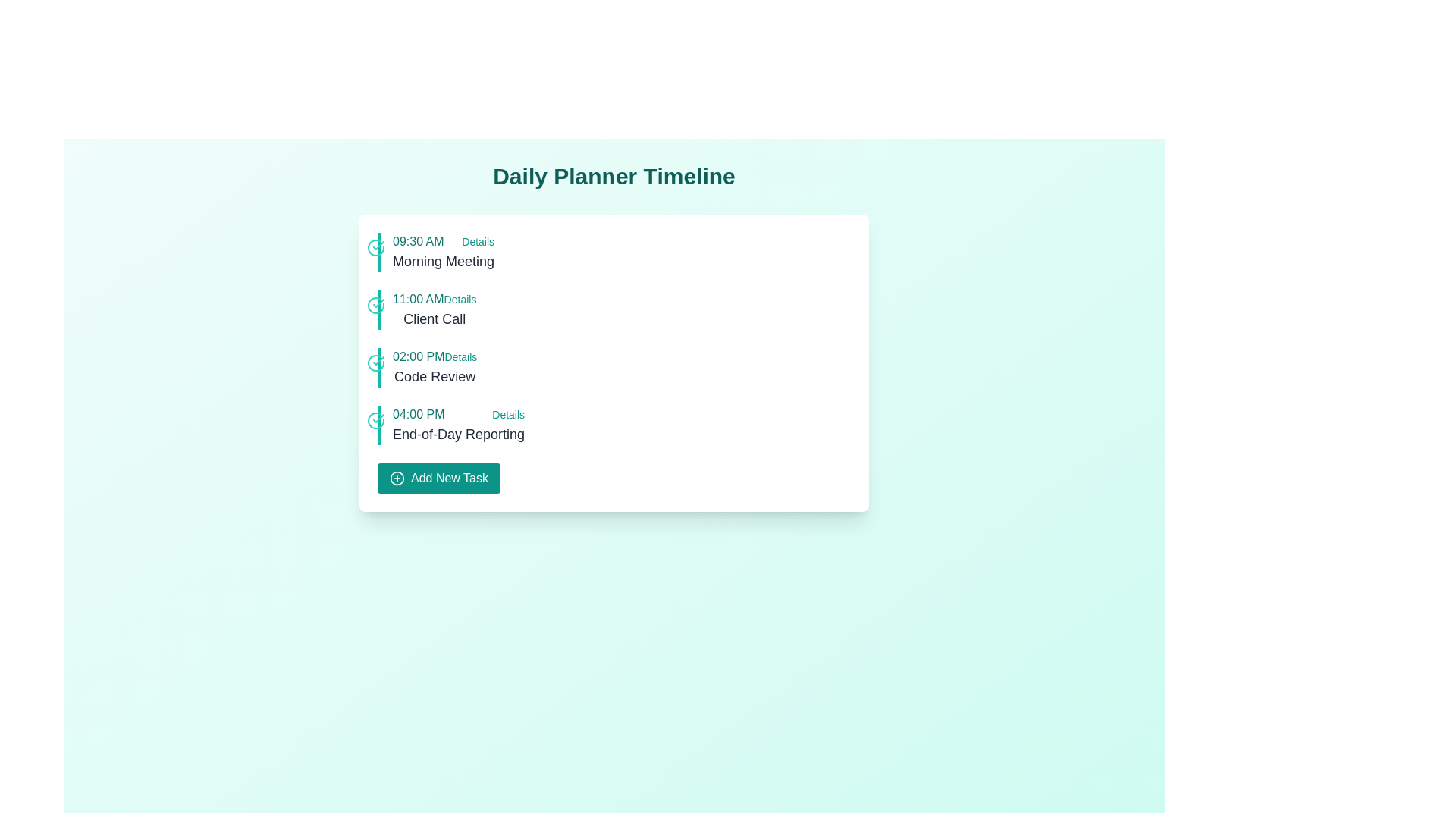 The height and width of the screenshot is (819, 1456). Describe the element at coordinates (434, 368) in the screenshot. I see `event time and title from the third event in the vertical timeline list, which includes a clickable 'Details' link and is located between '11:00 AM Client Call' and '04:00 PM End-of-Day Reporting'` at that location.